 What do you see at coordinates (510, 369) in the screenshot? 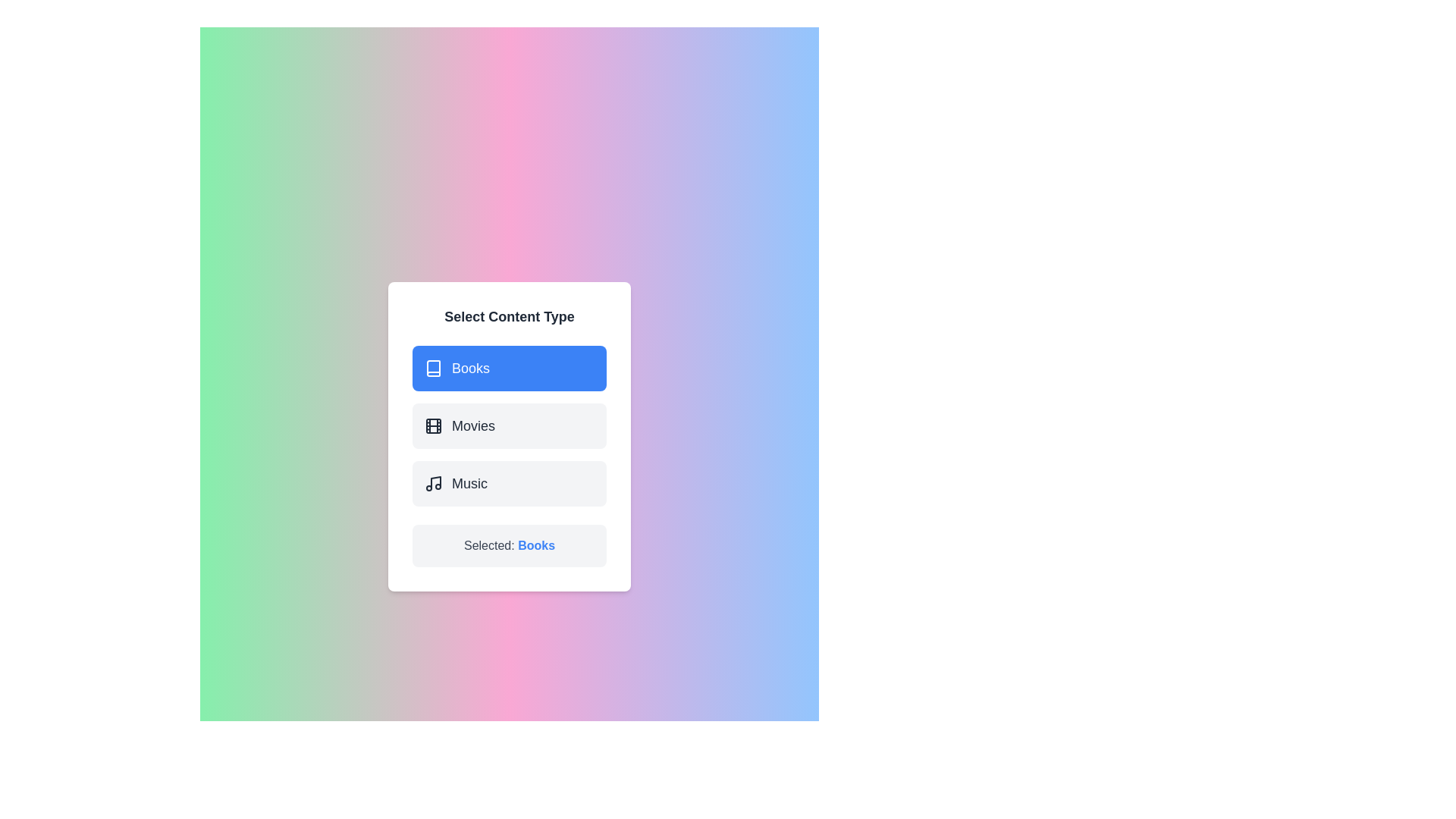
I see `the 'Books' button` at bounding box center [510, 369].